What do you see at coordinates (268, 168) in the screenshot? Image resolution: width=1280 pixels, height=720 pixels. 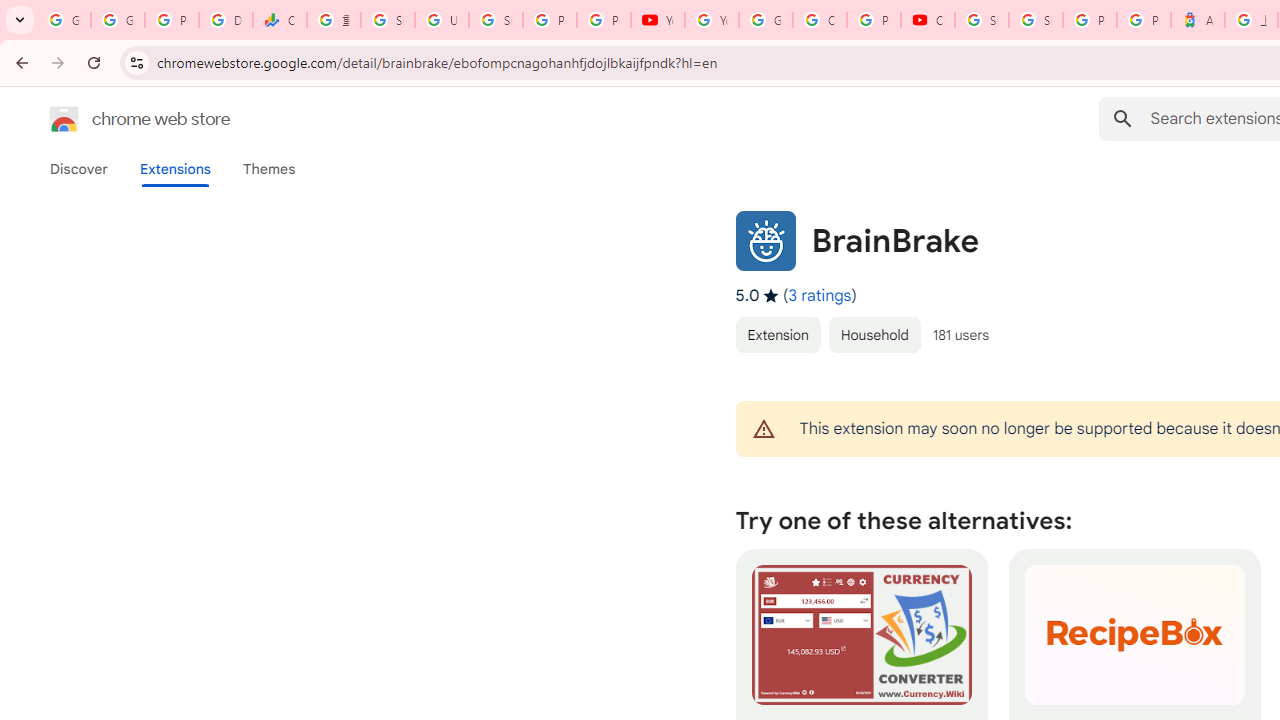 I see `'Themes'` at bounding box center [268, 168].